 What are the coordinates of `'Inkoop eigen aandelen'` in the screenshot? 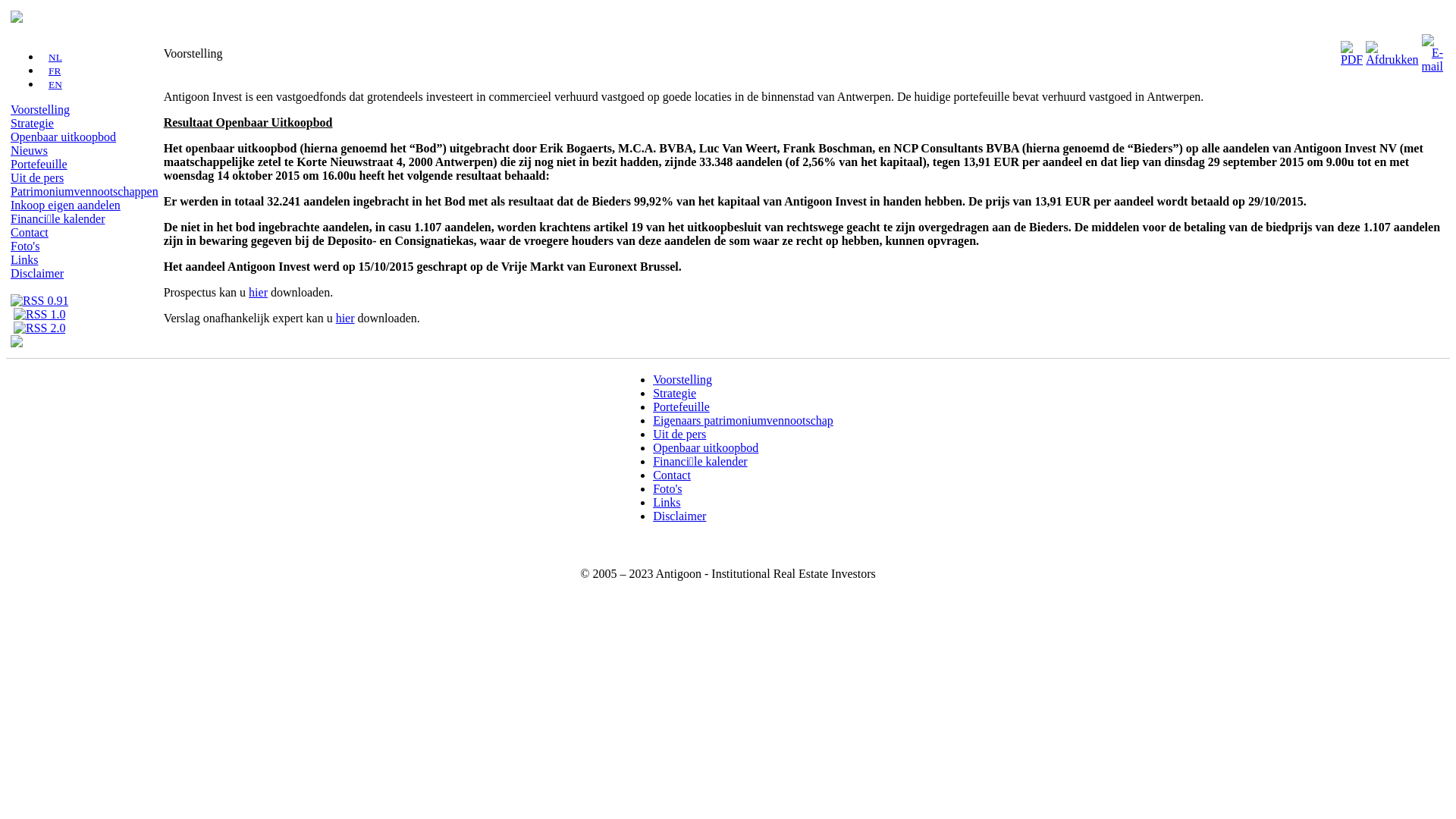 It's located at (64, 205).